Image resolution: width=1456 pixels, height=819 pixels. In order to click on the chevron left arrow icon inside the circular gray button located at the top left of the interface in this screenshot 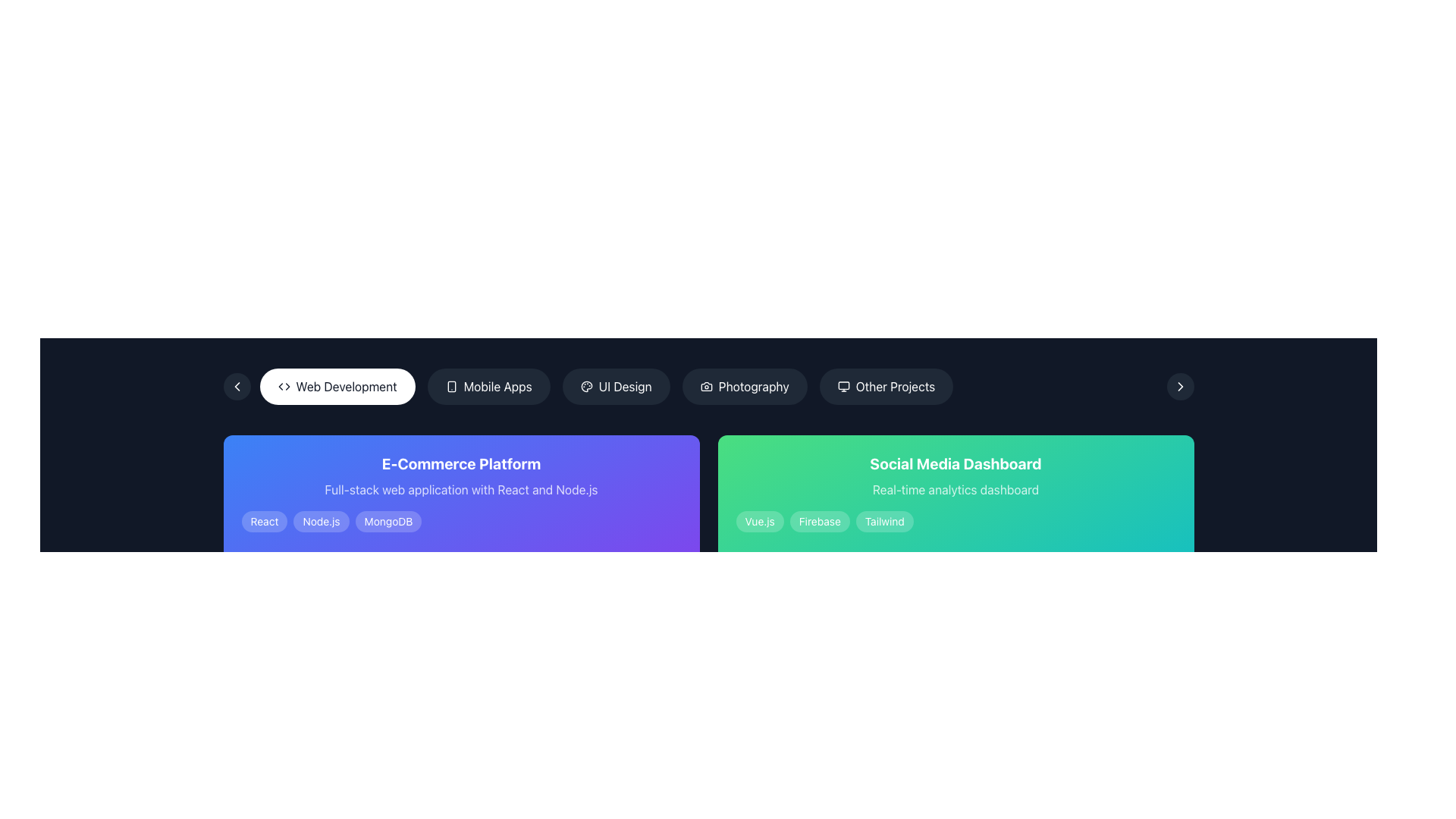, I will do `click(236, 385)`.